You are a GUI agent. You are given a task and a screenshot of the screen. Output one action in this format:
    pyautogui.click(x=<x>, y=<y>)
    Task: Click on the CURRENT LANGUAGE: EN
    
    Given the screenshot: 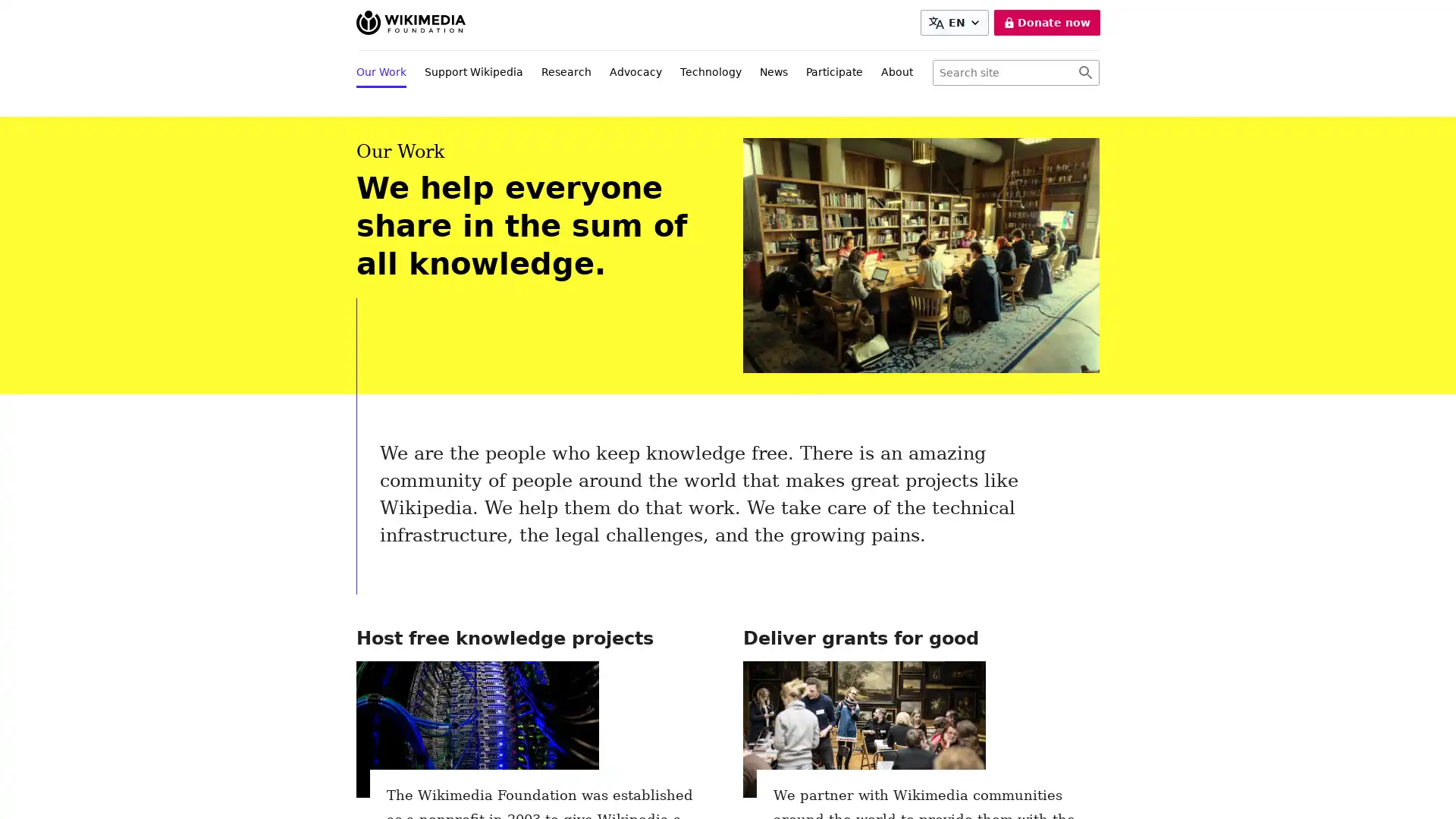 What is the action you would take?
    pyautogui.click(x=953, y=23)
    